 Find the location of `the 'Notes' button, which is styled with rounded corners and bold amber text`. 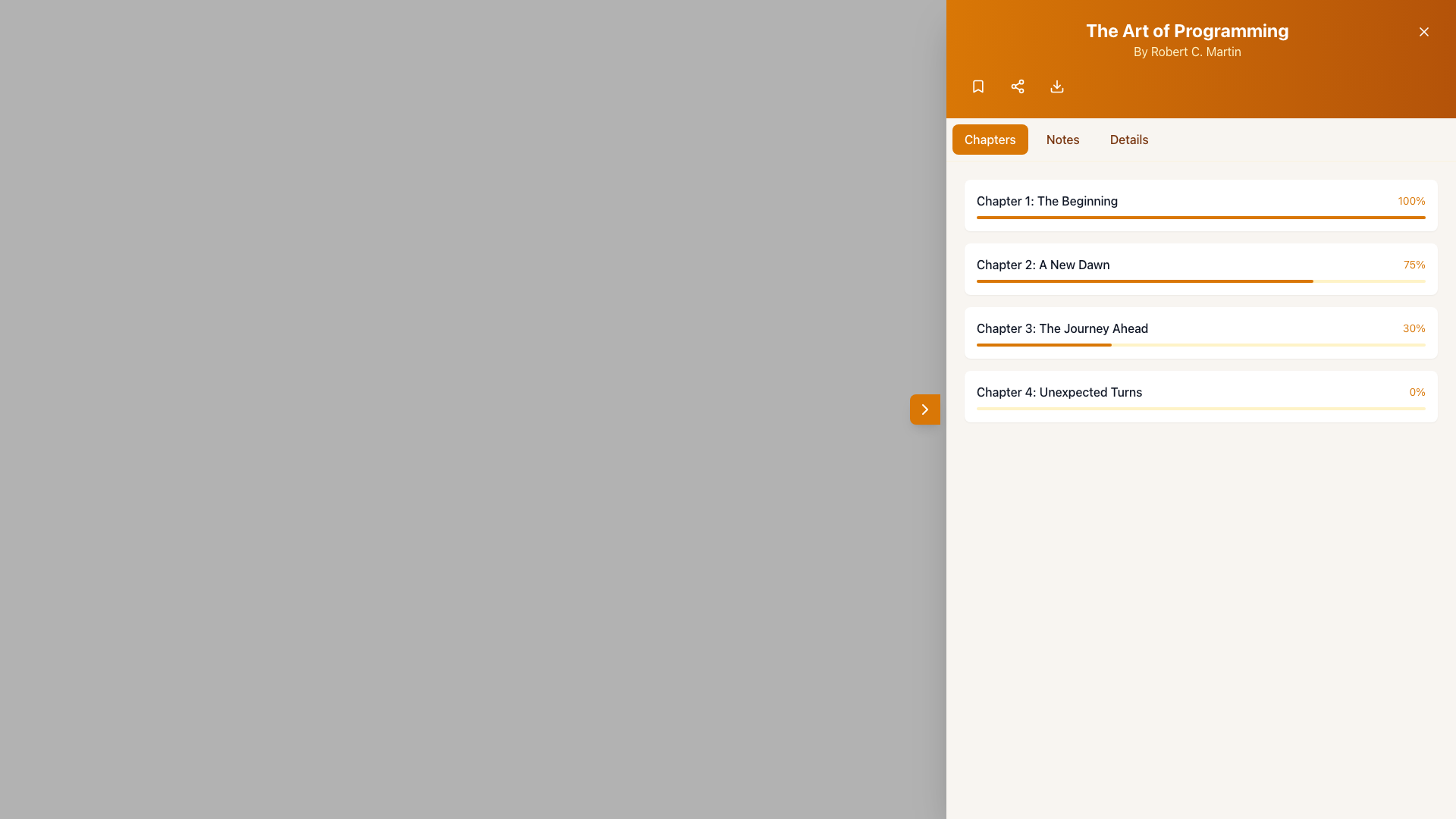

the 'Notes' button, which is styled with rounded corners and bold amber text is located at coordinates (1062, 140).